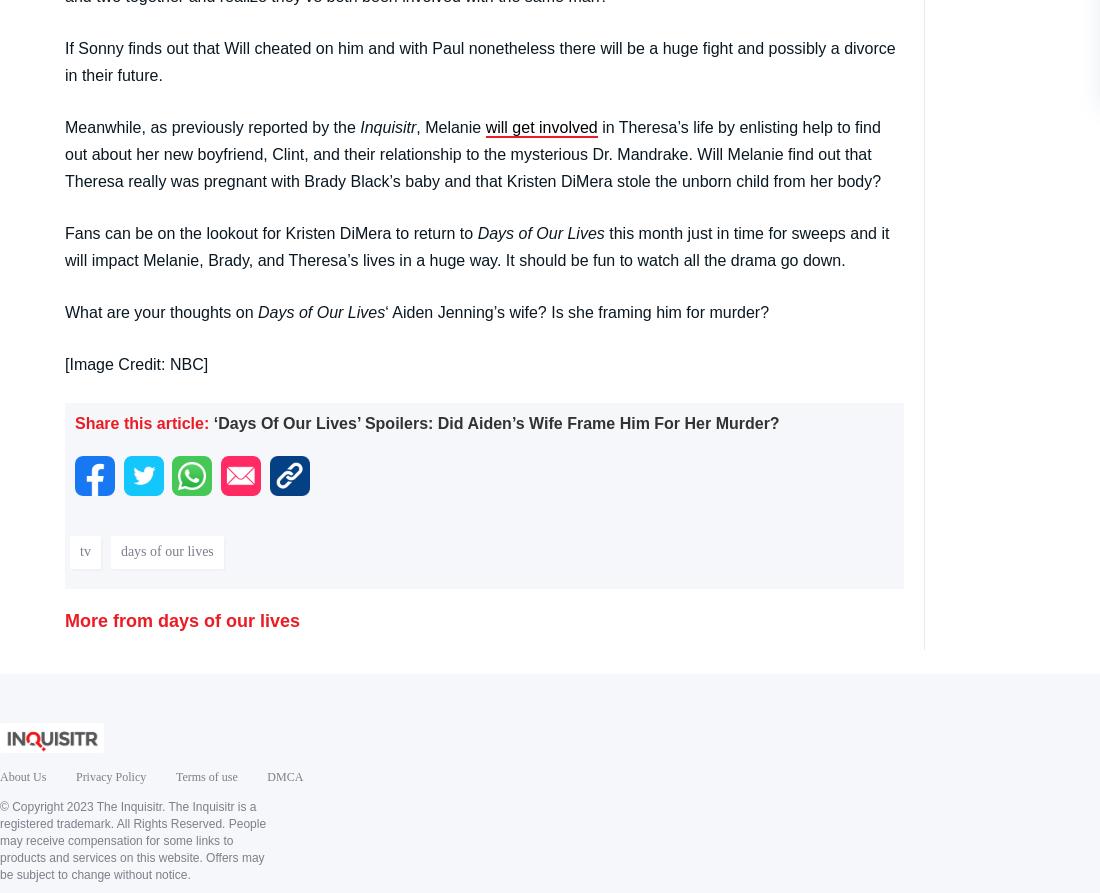 The image size is (1100, 893). What do you see at coordinates (141, 422) in the screenshot?
I see `'Share this article:'` at bounding box center [141, 422].